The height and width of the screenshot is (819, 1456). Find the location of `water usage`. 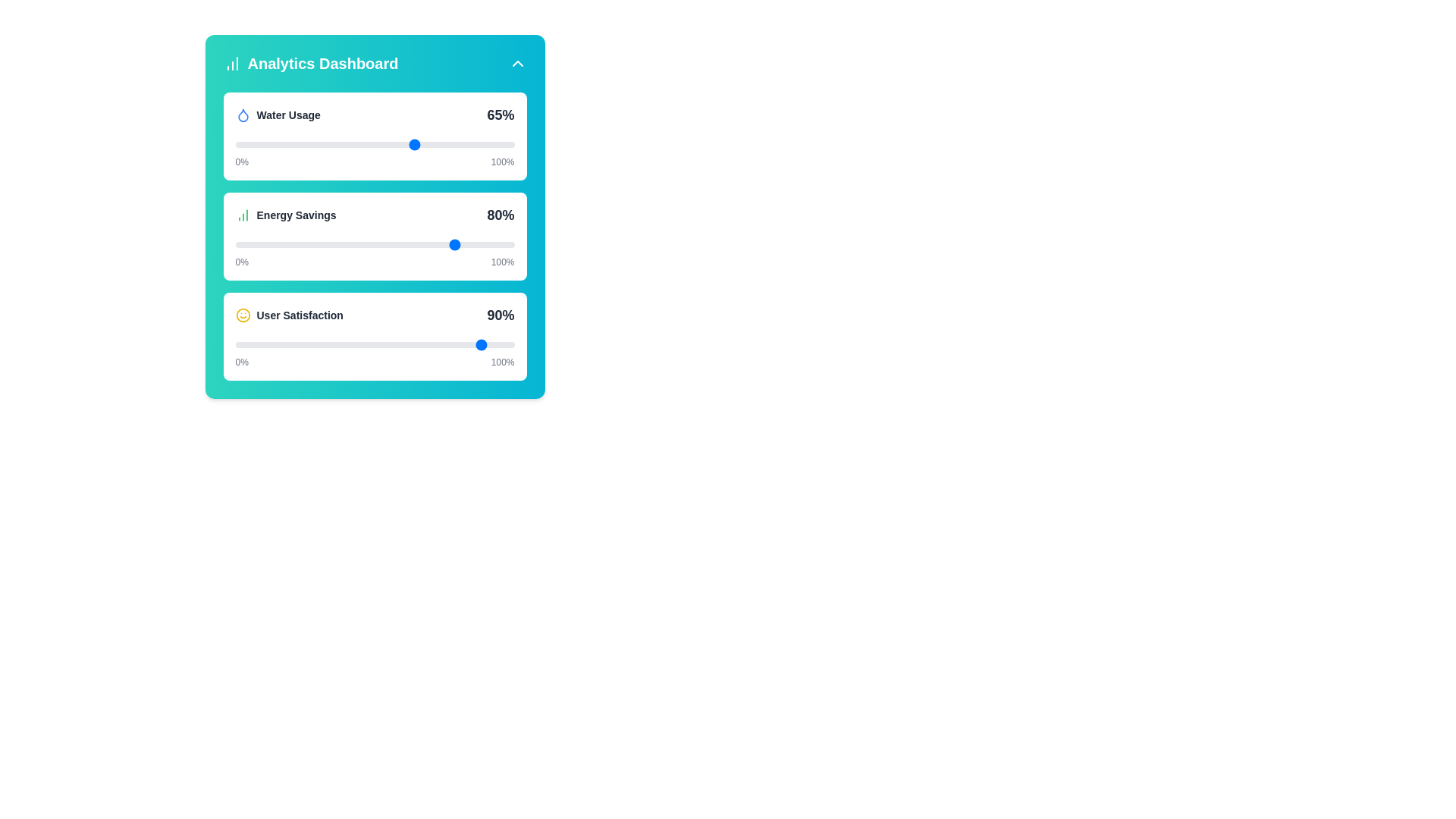

water usage is located at coordinates (403, 145).